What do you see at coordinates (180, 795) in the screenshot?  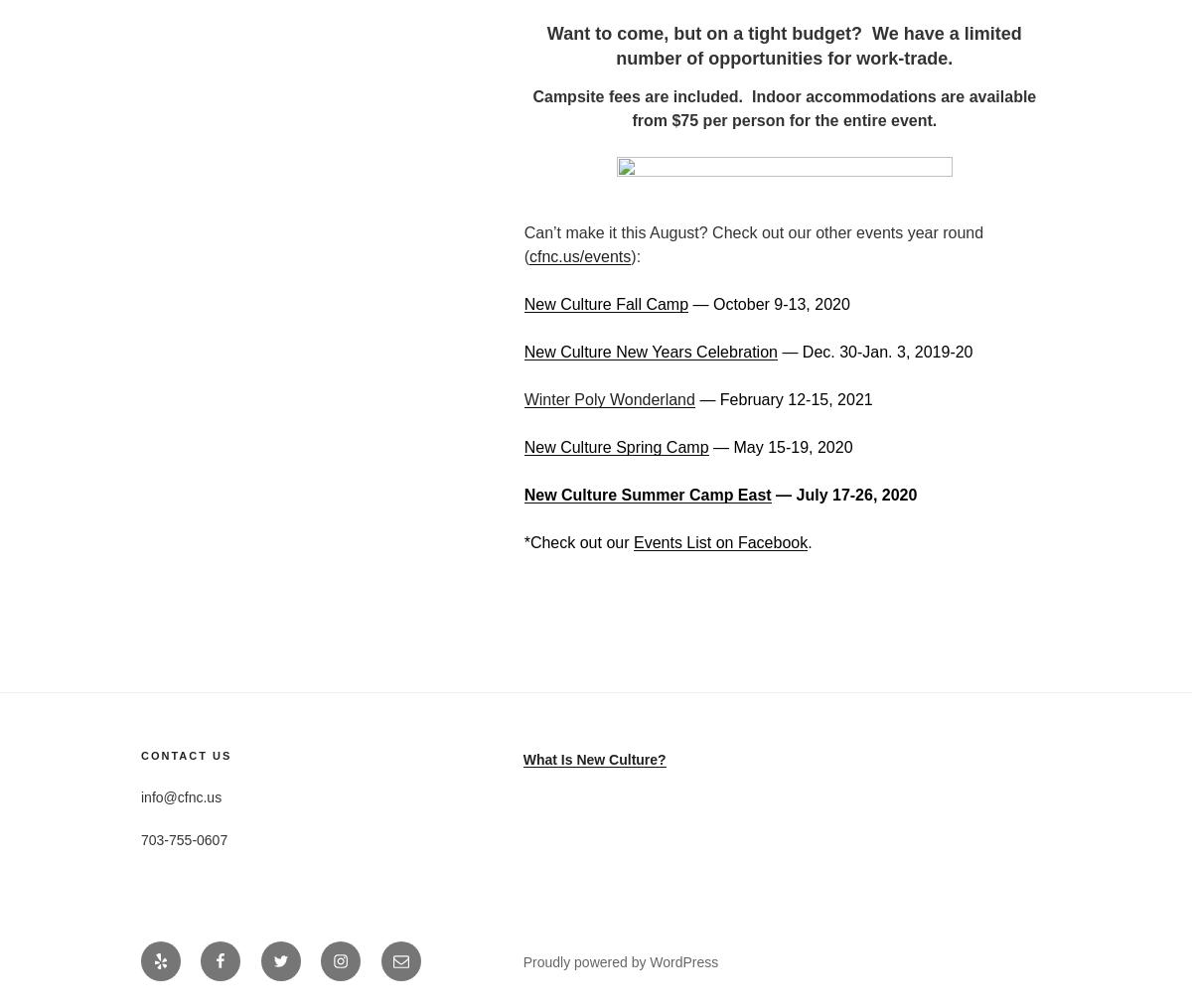 I see `'info@cfnc.us'` at bounding box center [180, 795].